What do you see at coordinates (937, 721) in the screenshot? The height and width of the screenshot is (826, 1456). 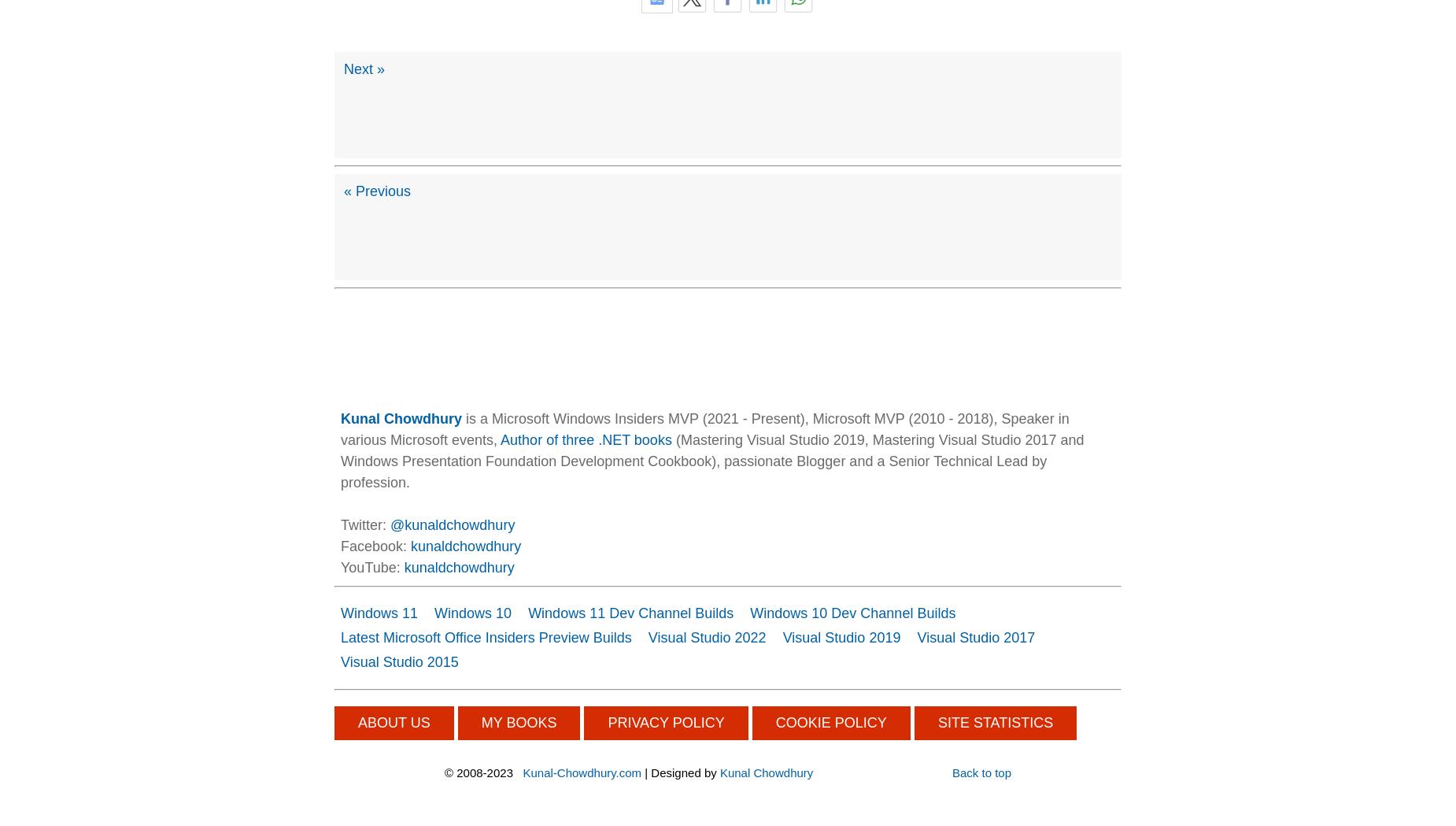 I see `'SITE STATISTICS'` at bounding box center [937, 721].